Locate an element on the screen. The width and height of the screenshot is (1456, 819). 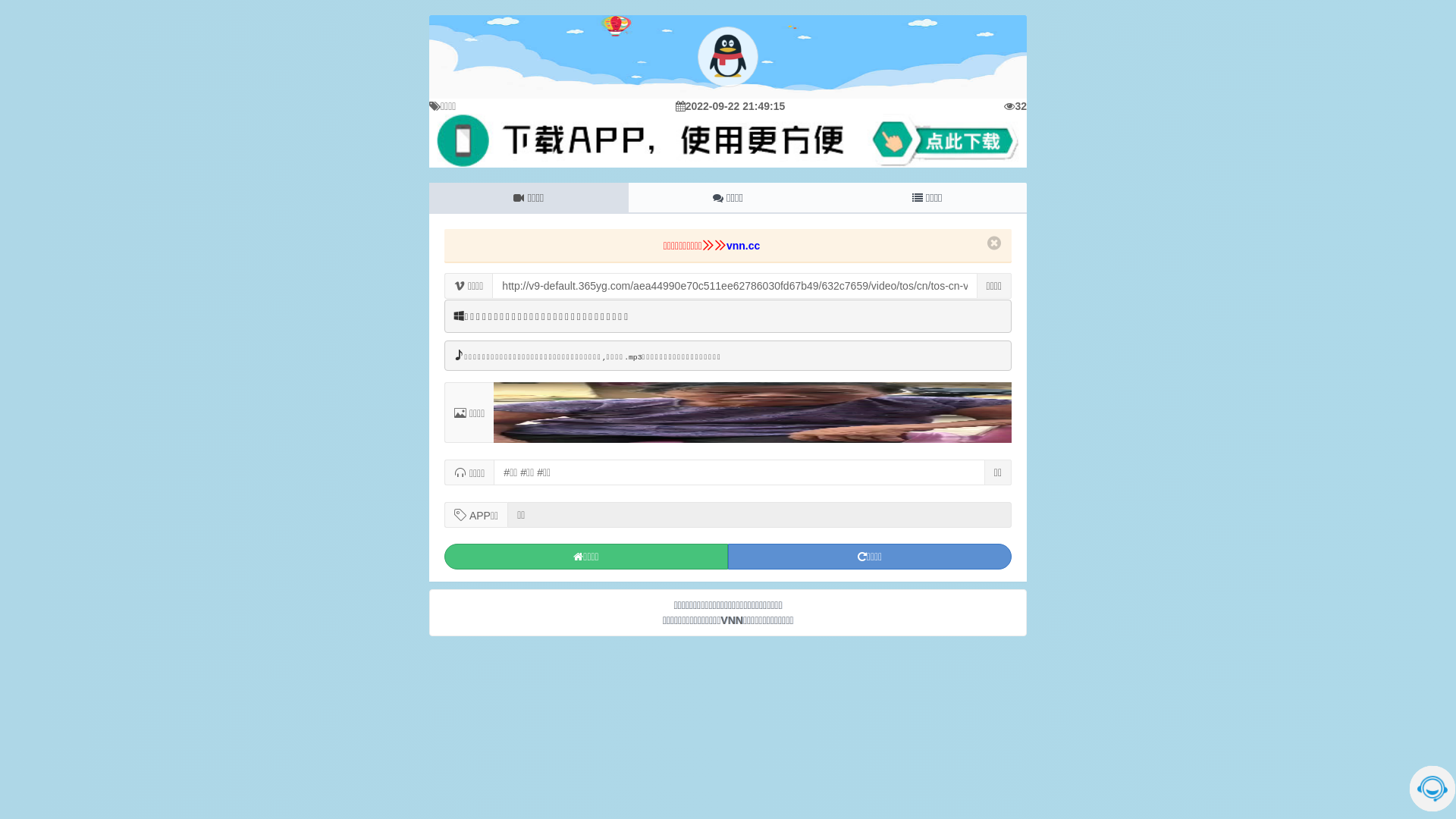
'vnn.cc' is located at coordinates (726, 245).